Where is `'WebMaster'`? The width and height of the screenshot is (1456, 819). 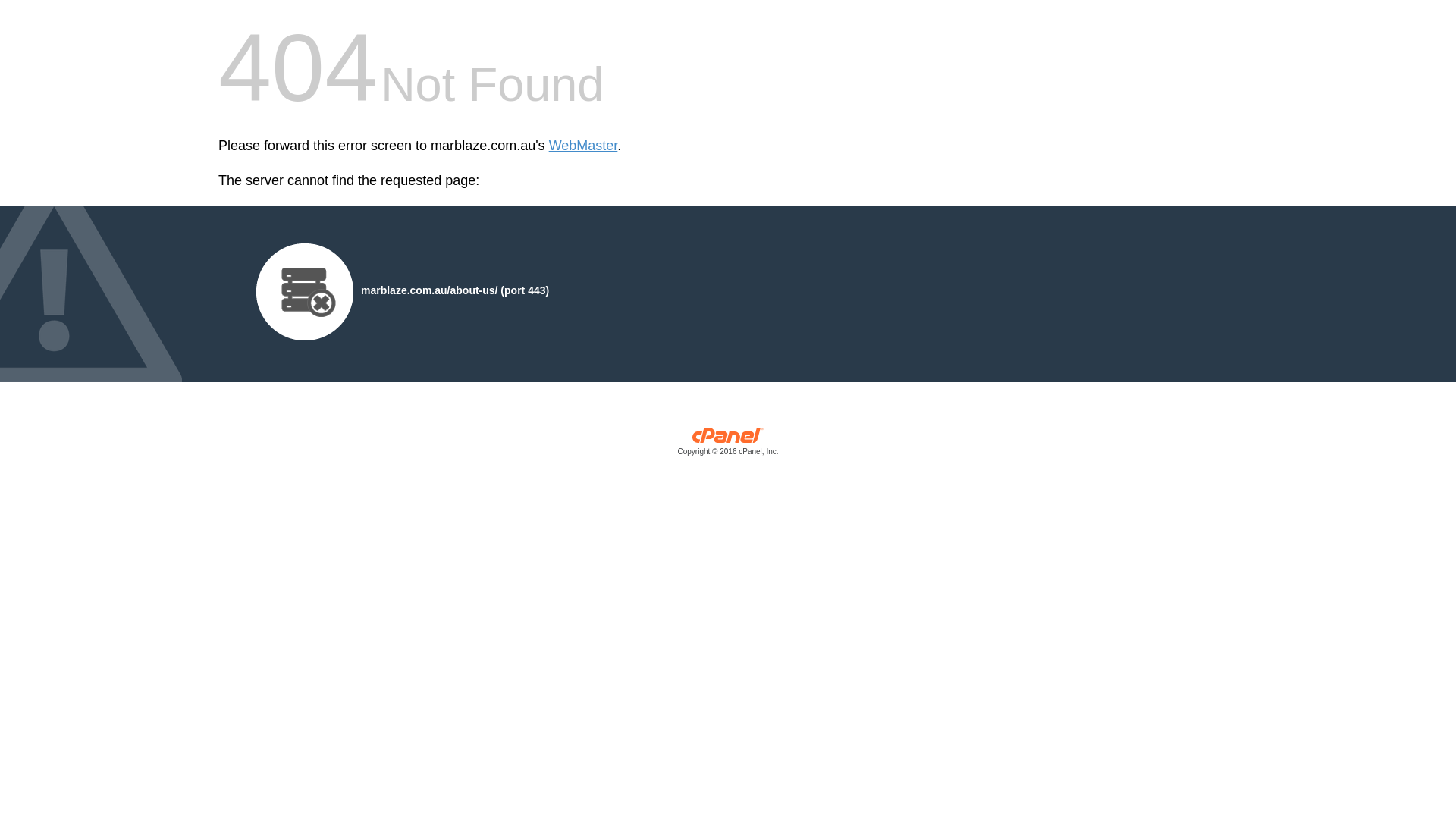
'WebMaster' is located at coordinates (548, 146).